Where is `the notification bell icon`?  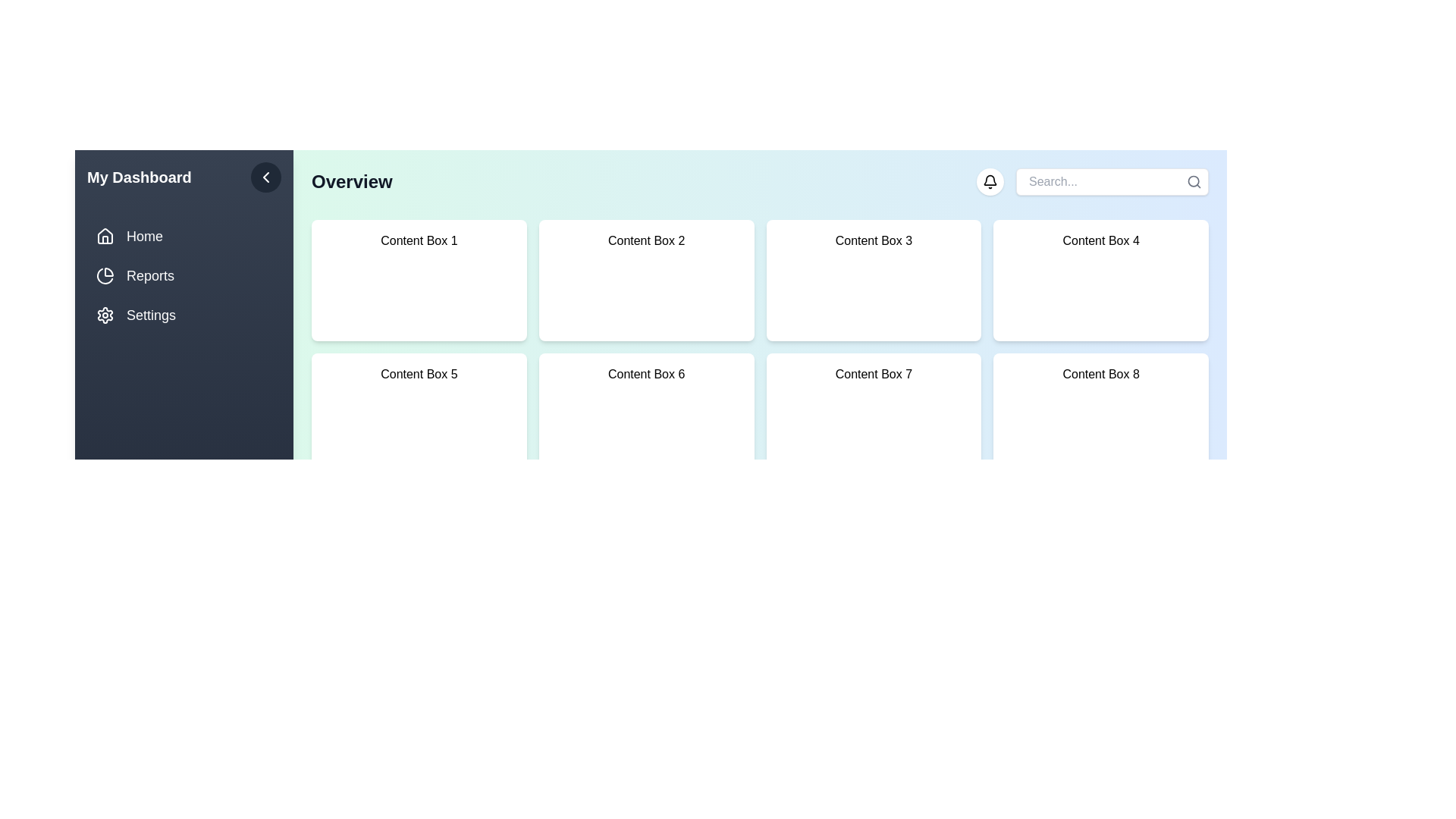
the notification bell icon is located at coordinates (990, 180).